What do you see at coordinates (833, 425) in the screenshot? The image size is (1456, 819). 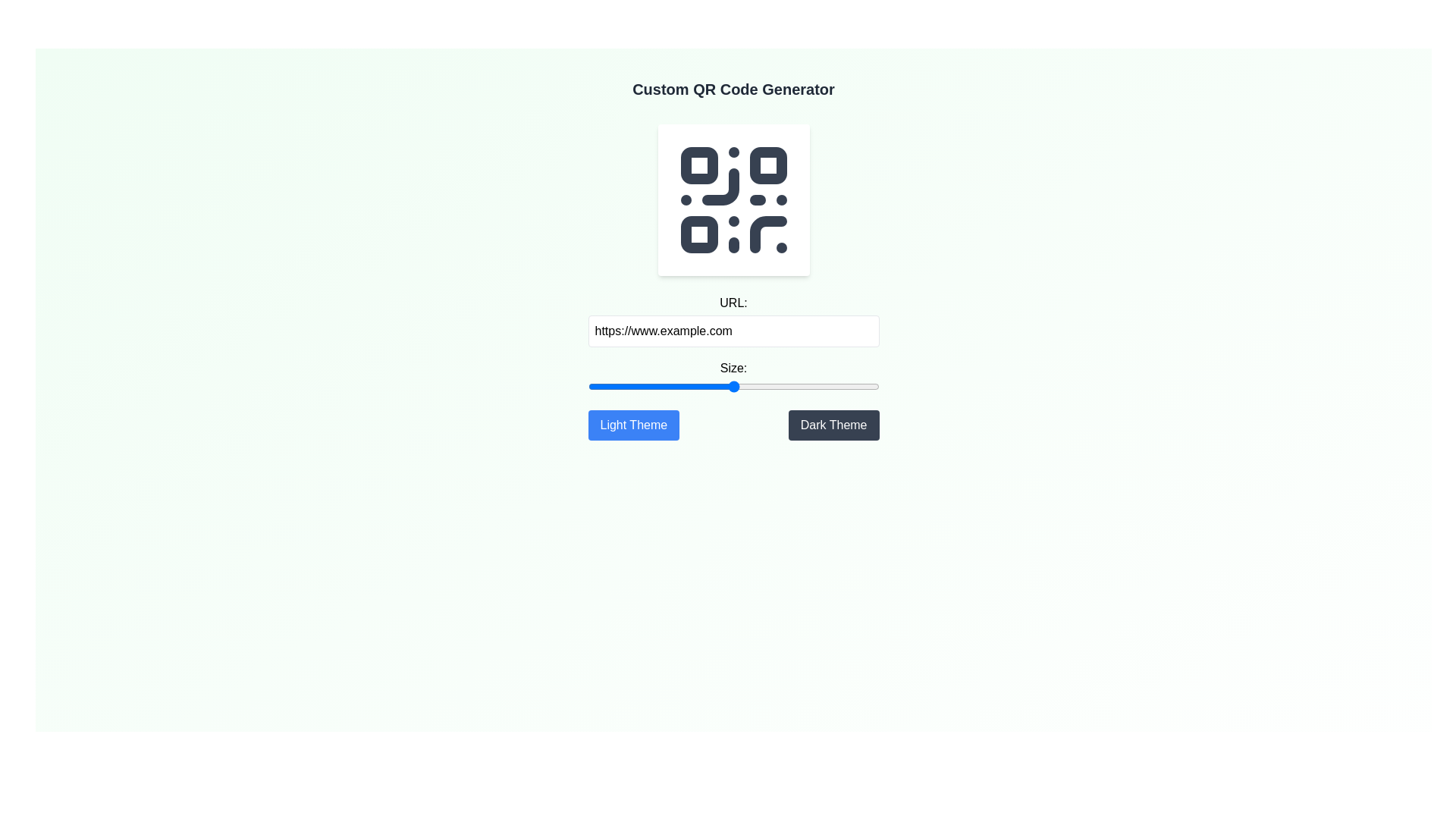 I see `the 'Dark Theme' button, a rectangular button with white text on a dark background` at bounding box center [833, 425].